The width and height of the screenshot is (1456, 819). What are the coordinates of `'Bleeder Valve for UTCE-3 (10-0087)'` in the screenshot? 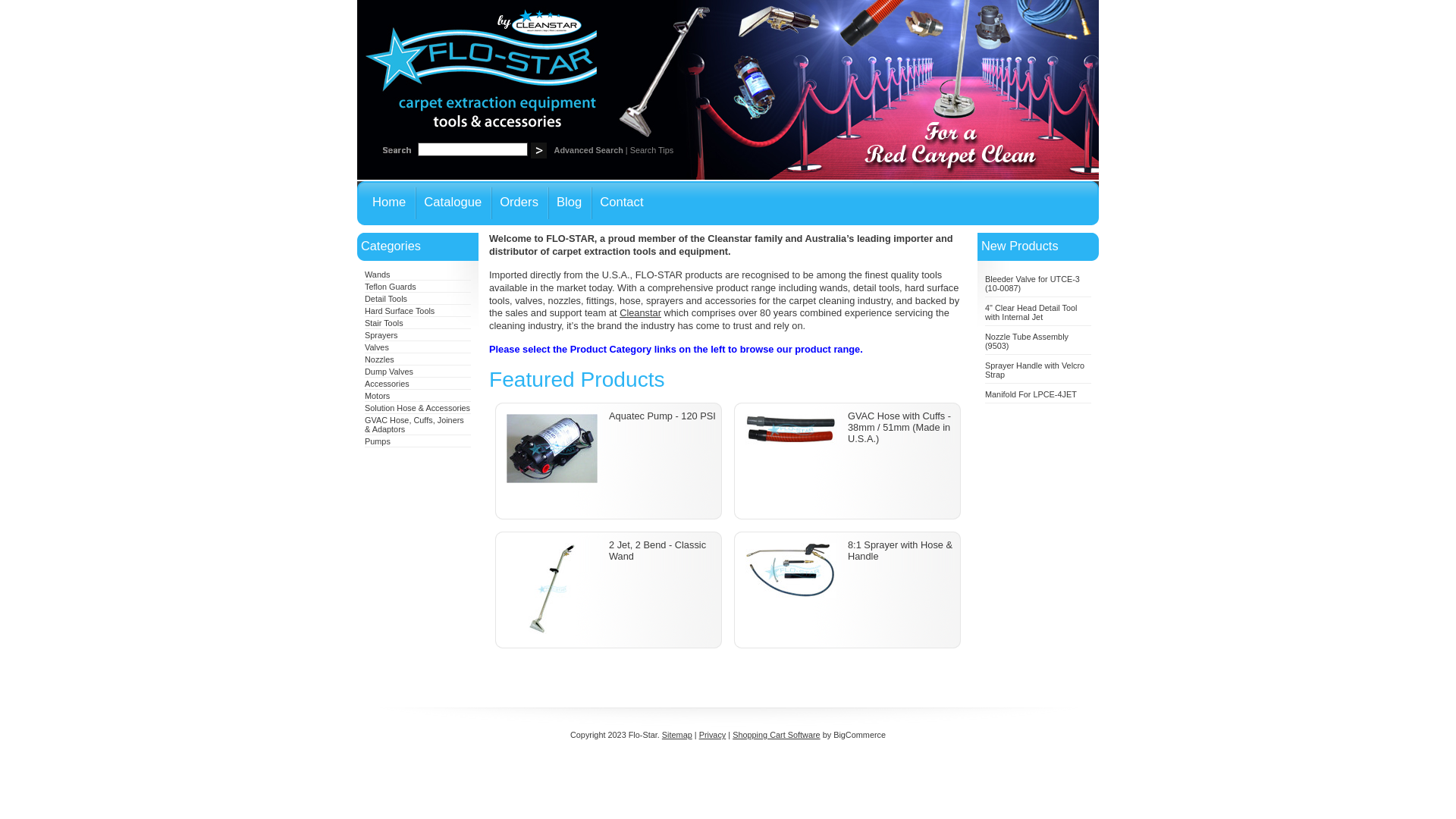 It's located at (1031, 284).